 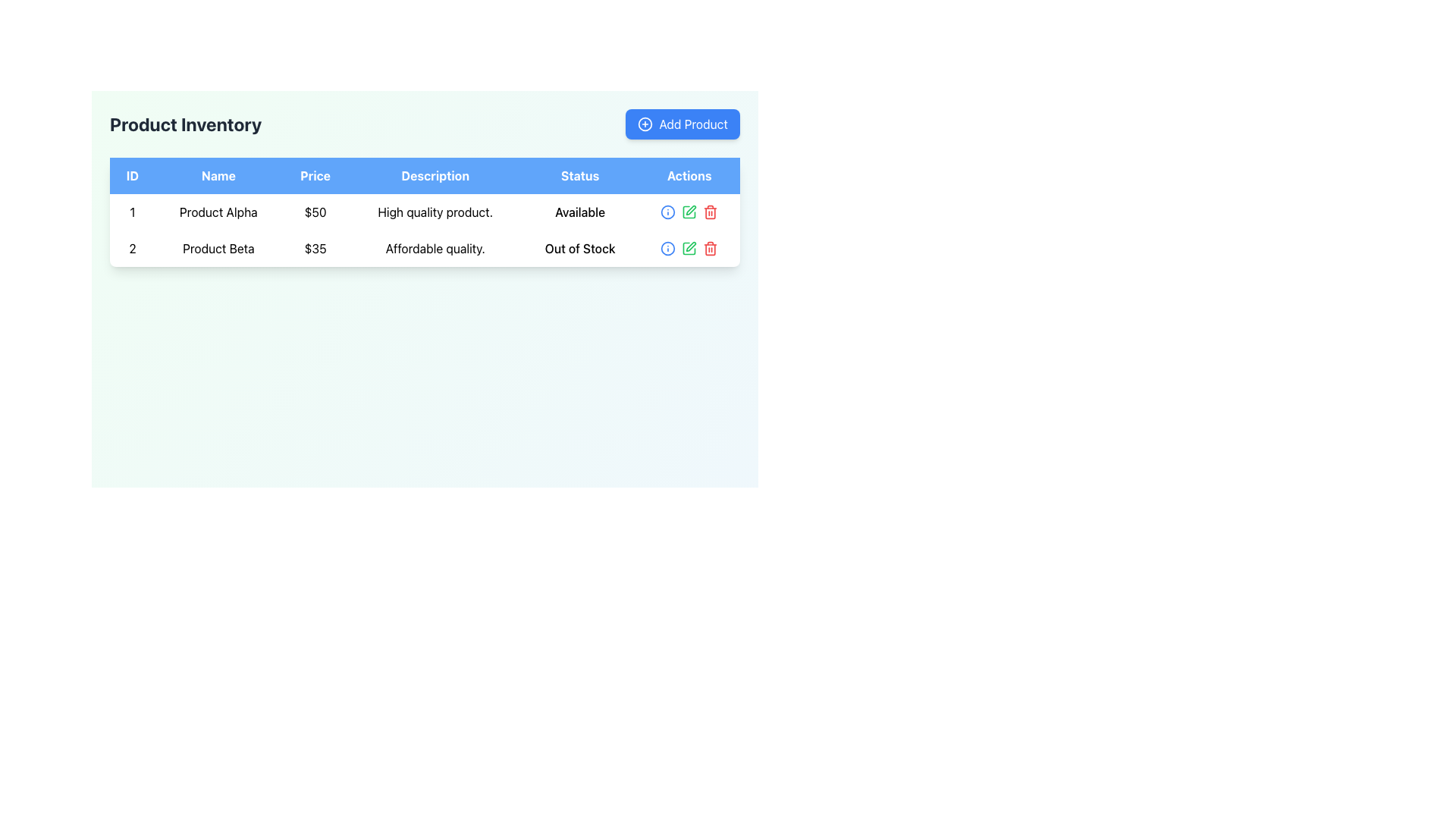 What do you see at coordinates (132, 212) in the screenshot?
I see `the Label displaying the number '1' located in the first row of the table under the 'ID' column` at bounding box center [132, 212].